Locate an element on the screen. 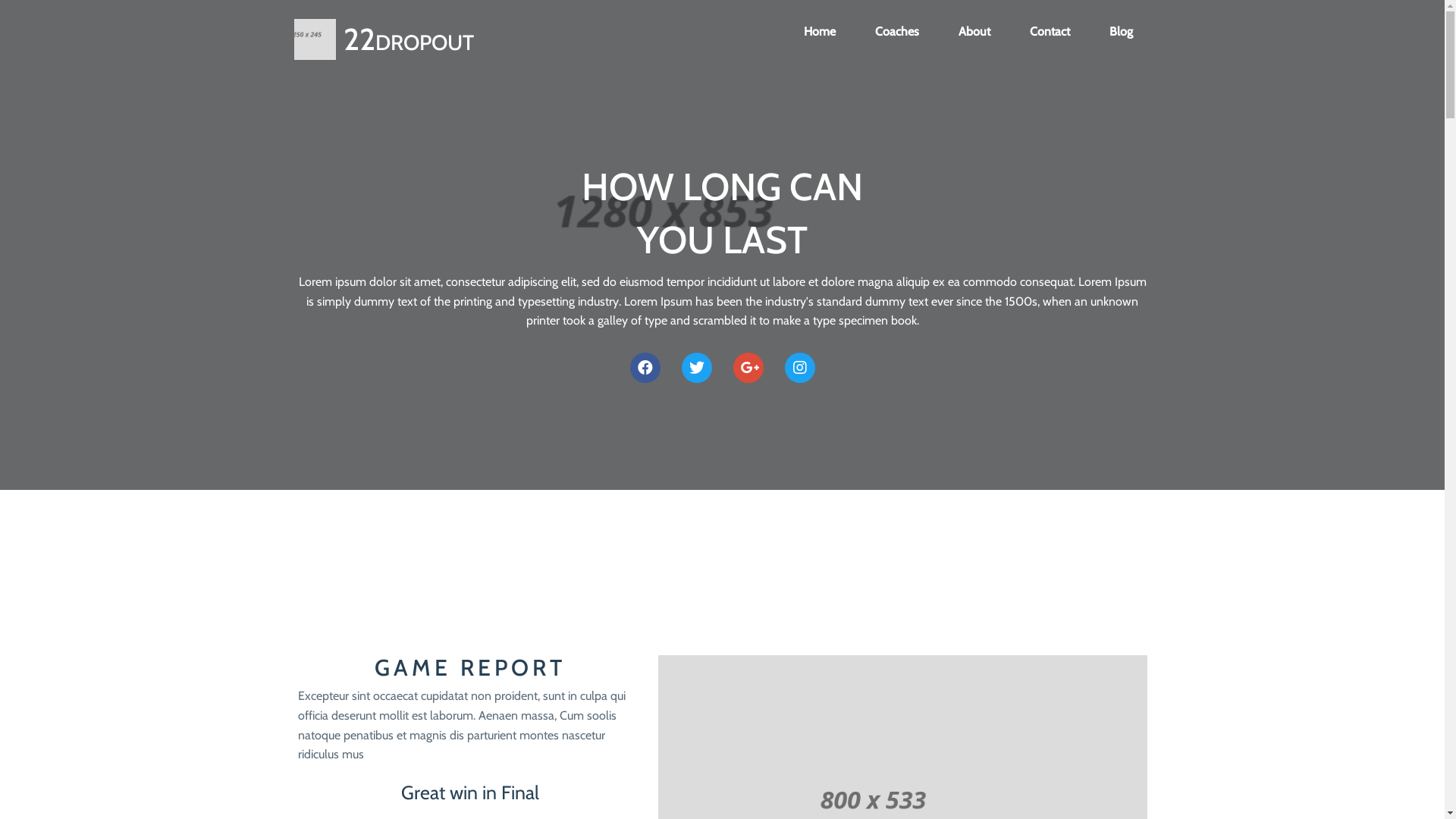 This screenshot has height=819, width=1456. 'Home' is located at coordinates (818, 32).